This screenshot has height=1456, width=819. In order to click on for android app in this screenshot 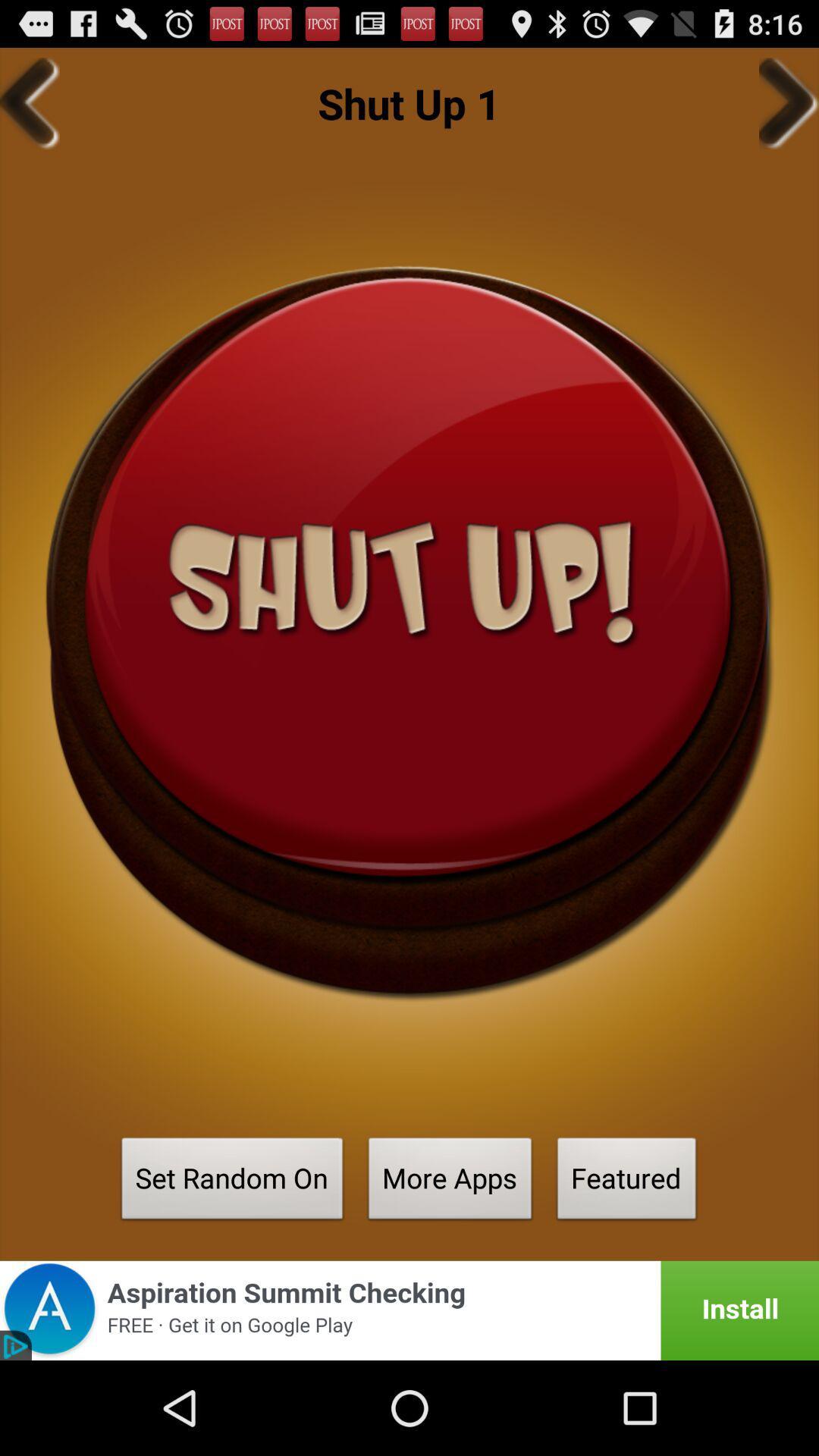, I will do `click(409, 1310)`.